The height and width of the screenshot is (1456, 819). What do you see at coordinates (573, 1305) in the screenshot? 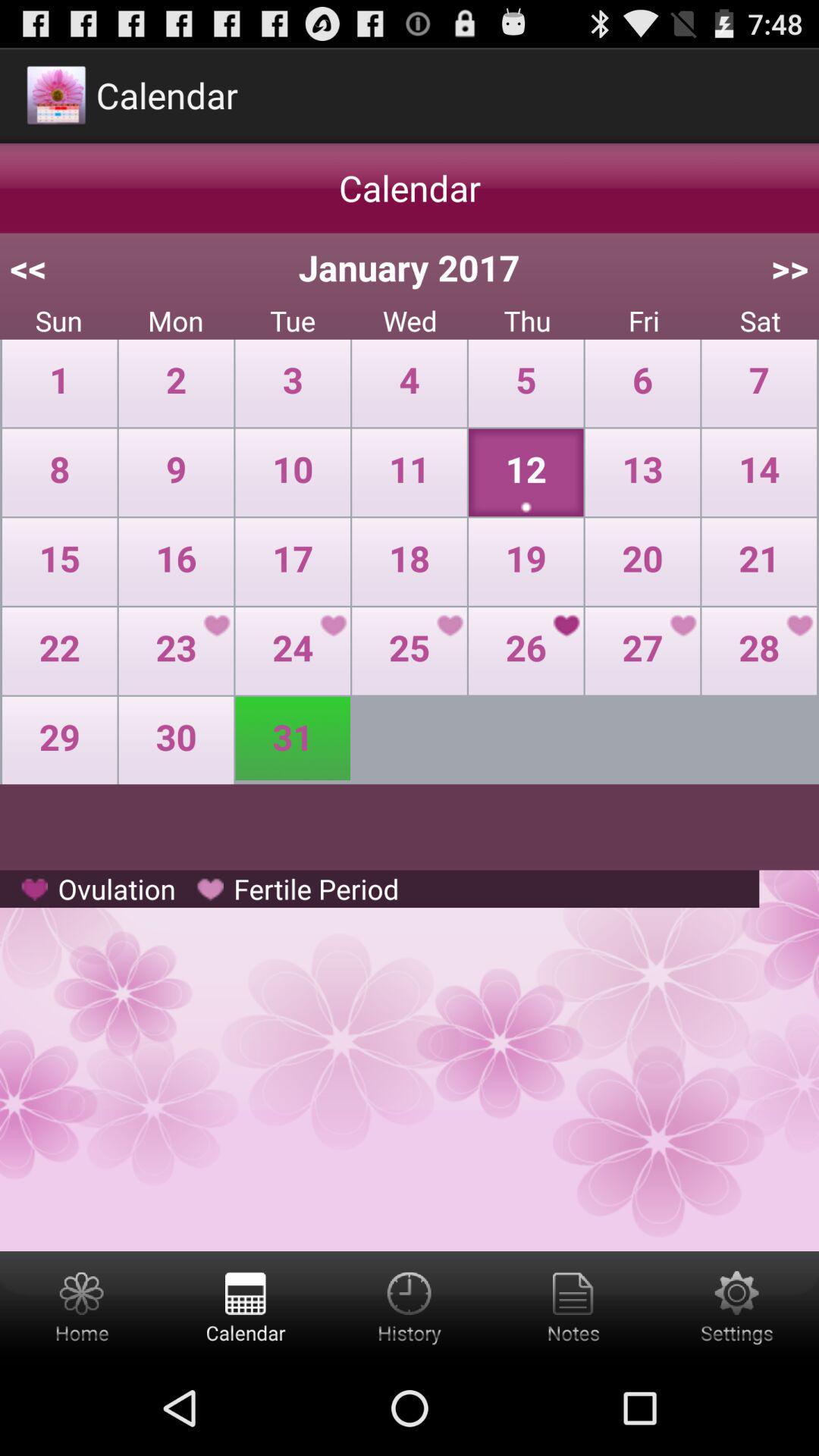
I see `notes` at bounding box center [573, 1305].